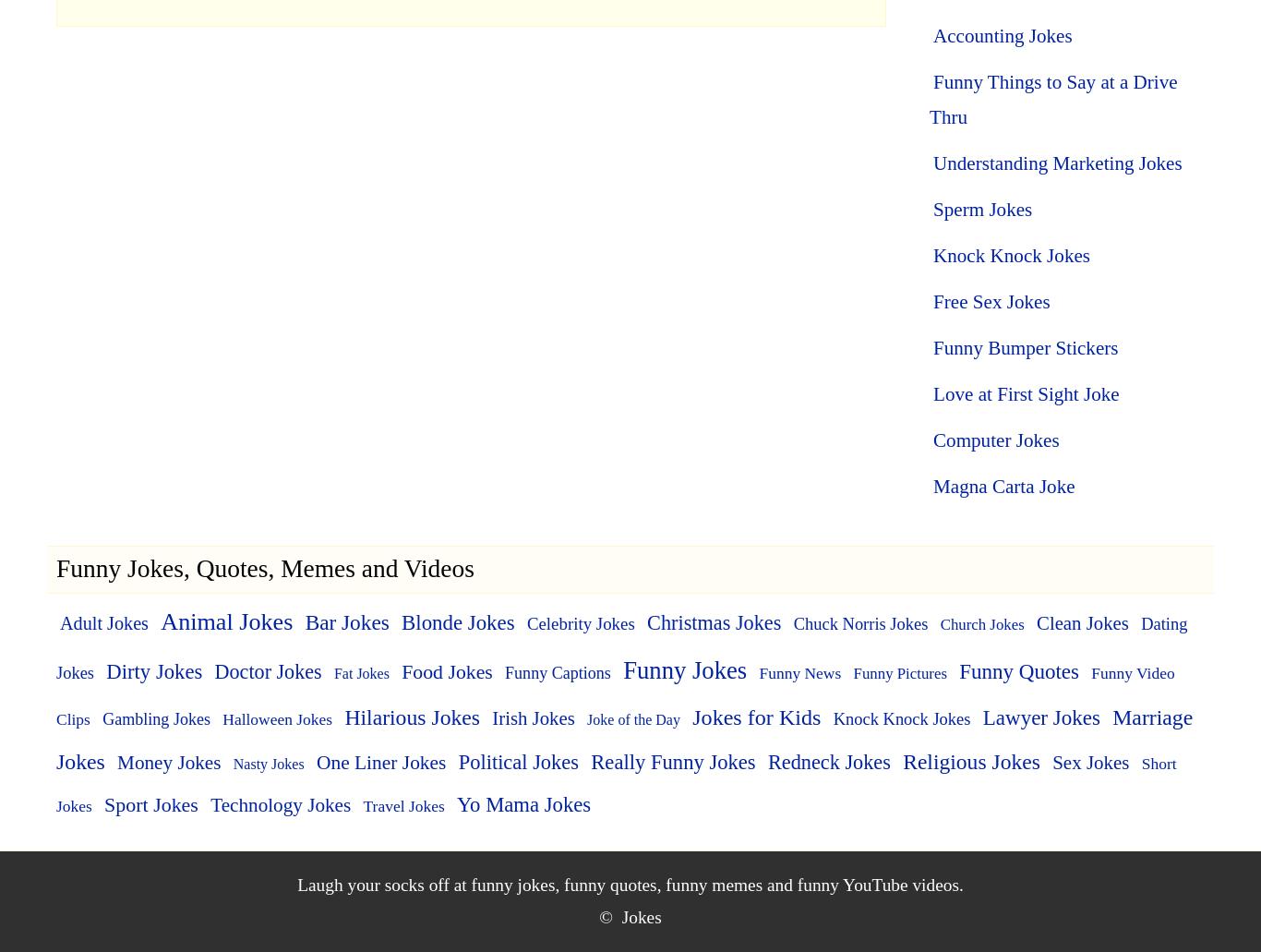 This screenshot has width=1261, height=952. Describe the element at coordinates (268, 763) in the screenshot. I see `'Nasty Jokes'` at that location.